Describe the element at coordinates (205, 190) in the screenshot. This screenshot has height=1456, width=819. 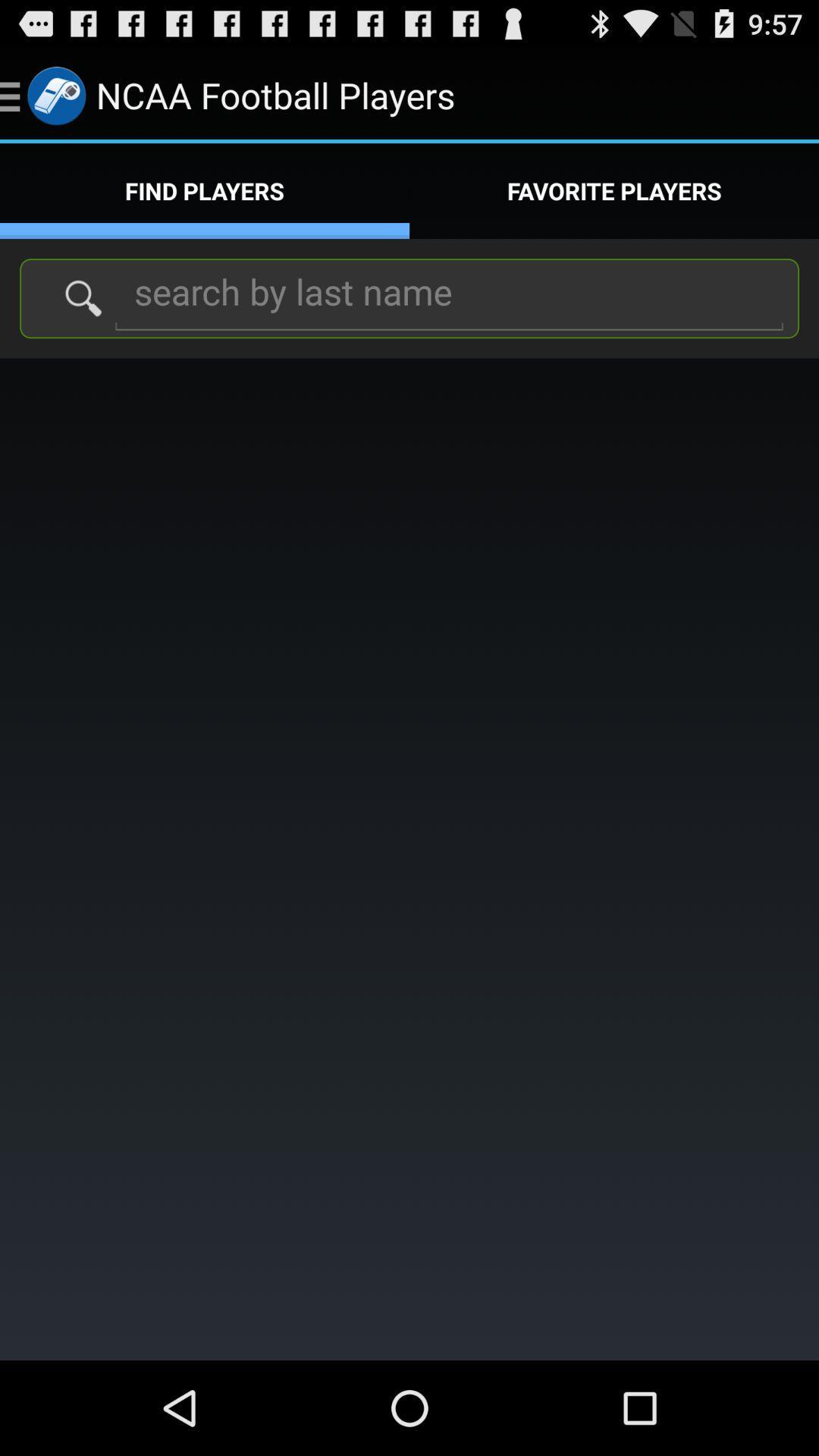
I see `icon next to favorite players icon` at that location.